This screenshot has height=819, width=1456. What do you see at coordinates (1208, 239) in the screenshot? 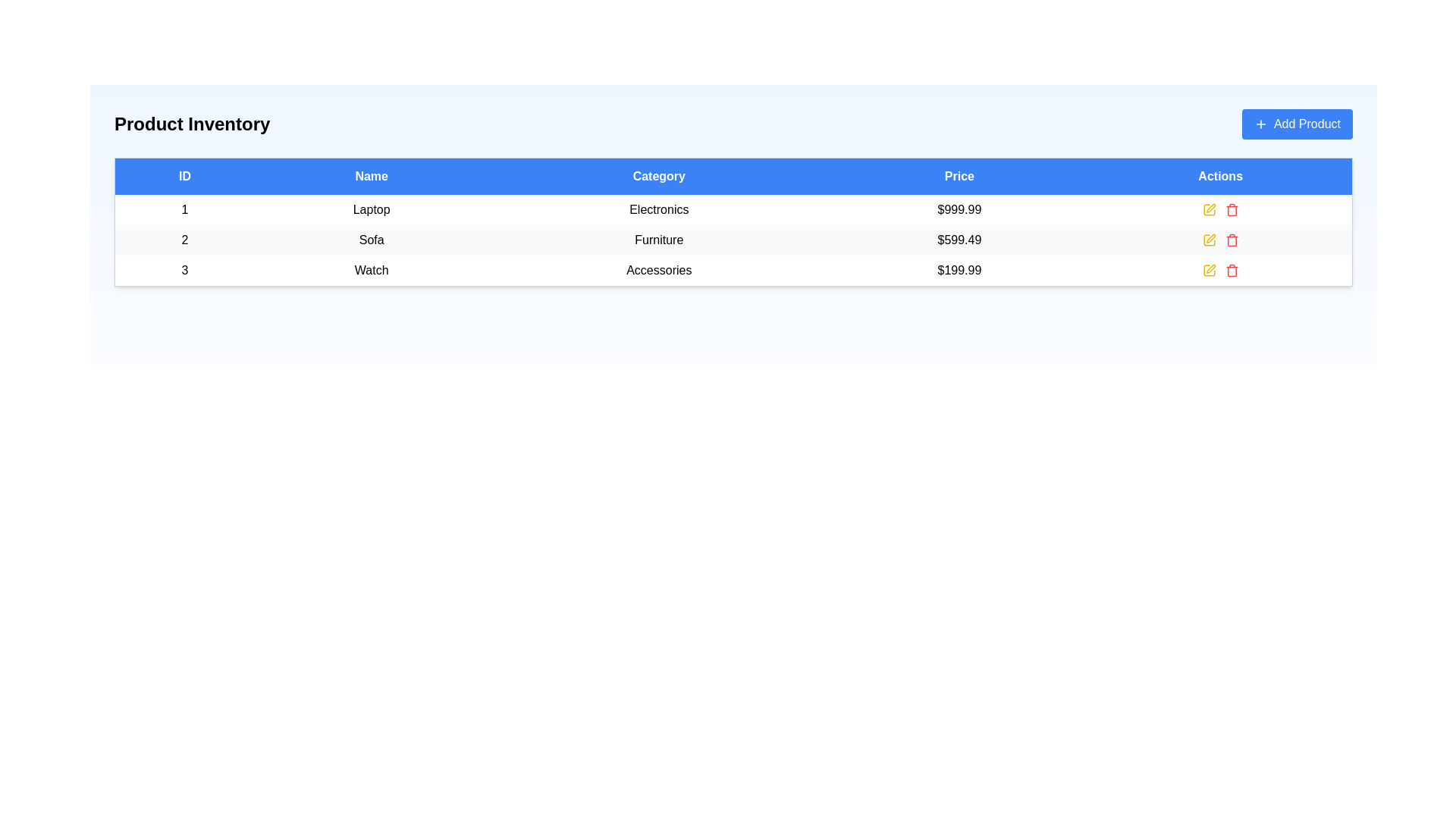
I see `the yellow outlined square icon in the actions column of the second row of the product inventory table to initiate editing for the product 'Sofa'` at bounding box center [1208, 239].